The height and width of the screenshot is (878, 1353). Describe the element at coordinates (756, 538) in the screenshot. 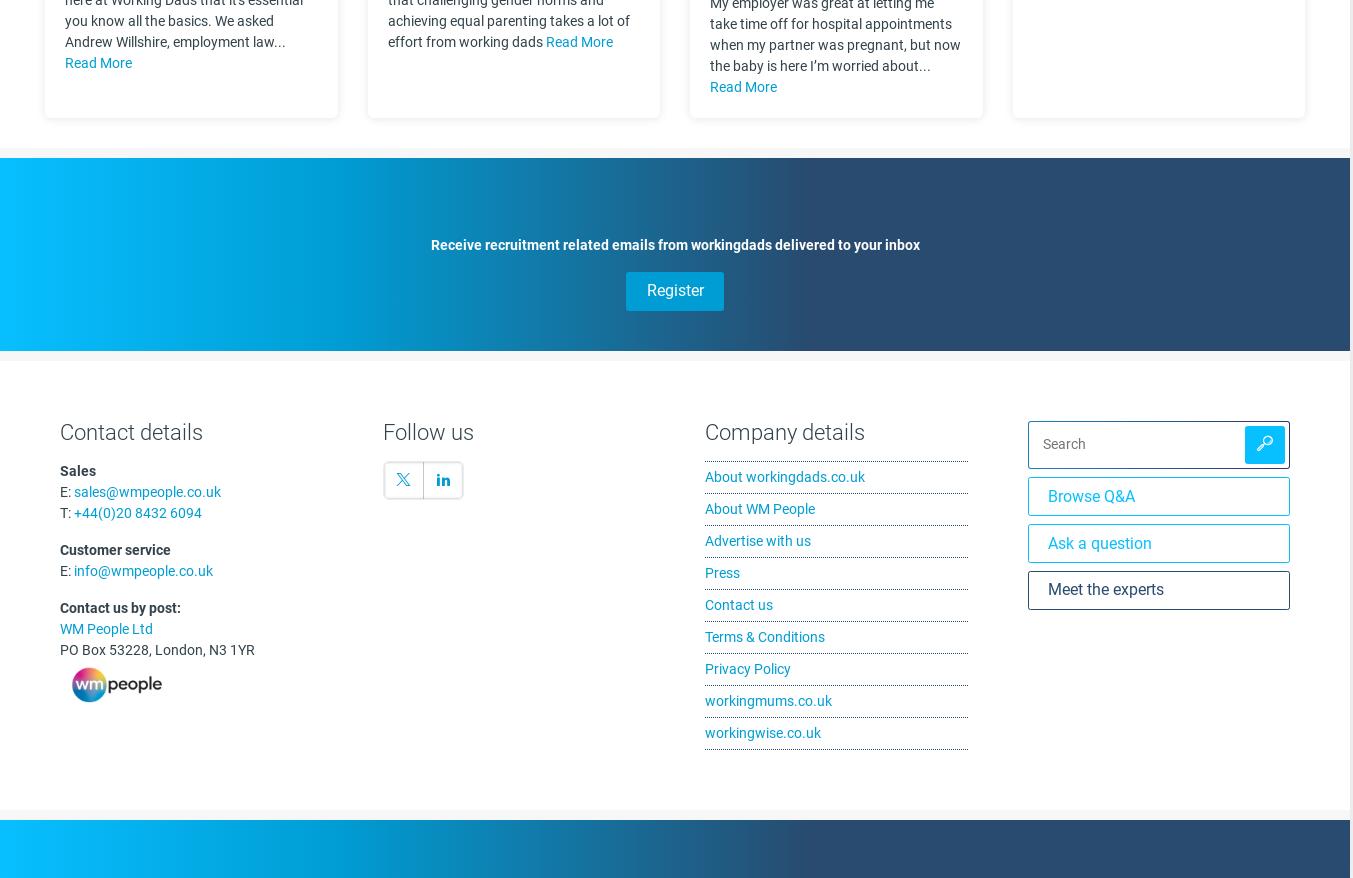

I see `'Advertise with us'` at that location.